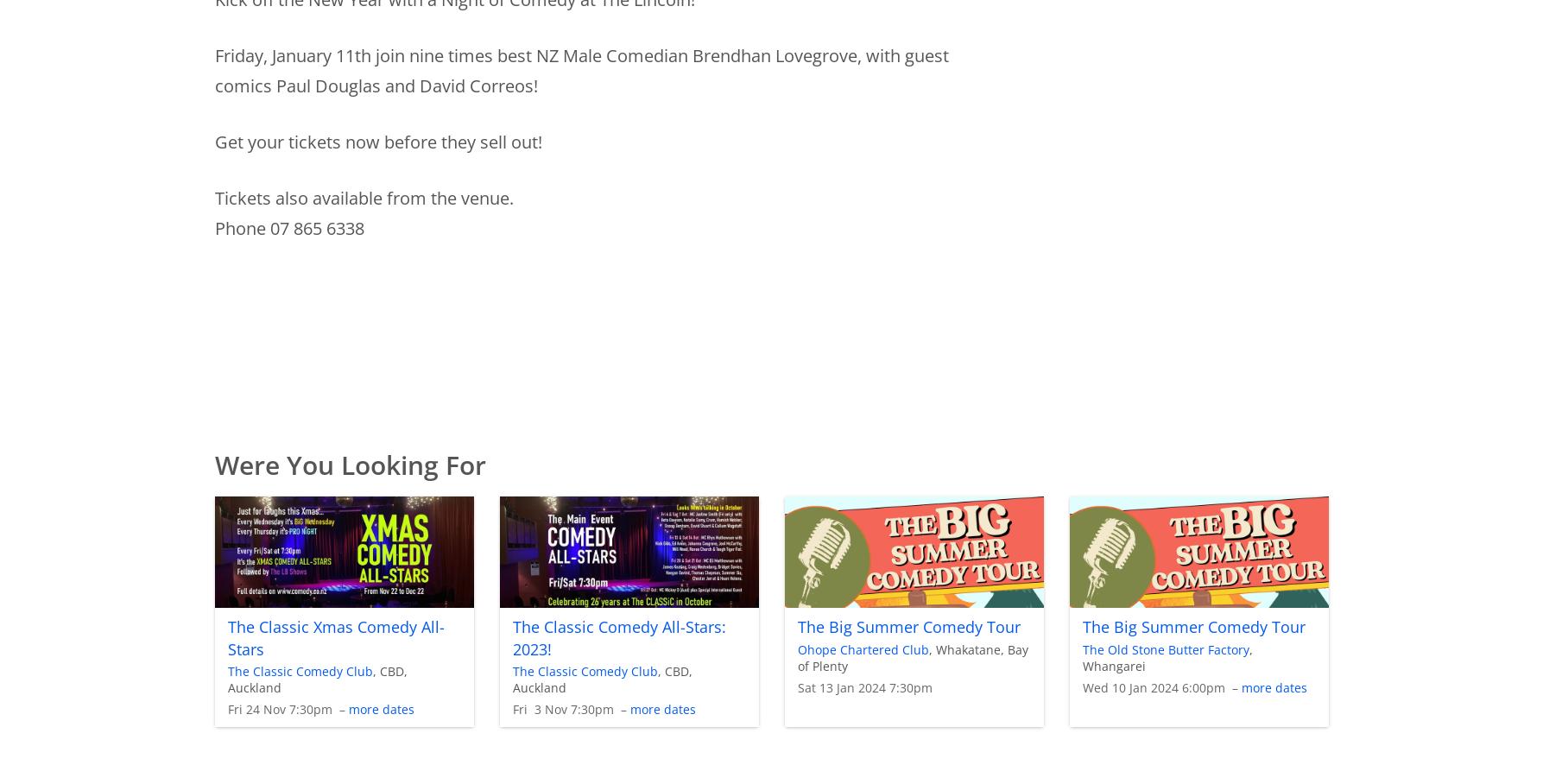  Describe the element at coordinates (510, 708) in the screenshot. I see `'Fri  3 Nov 7:30pm'` at that location.